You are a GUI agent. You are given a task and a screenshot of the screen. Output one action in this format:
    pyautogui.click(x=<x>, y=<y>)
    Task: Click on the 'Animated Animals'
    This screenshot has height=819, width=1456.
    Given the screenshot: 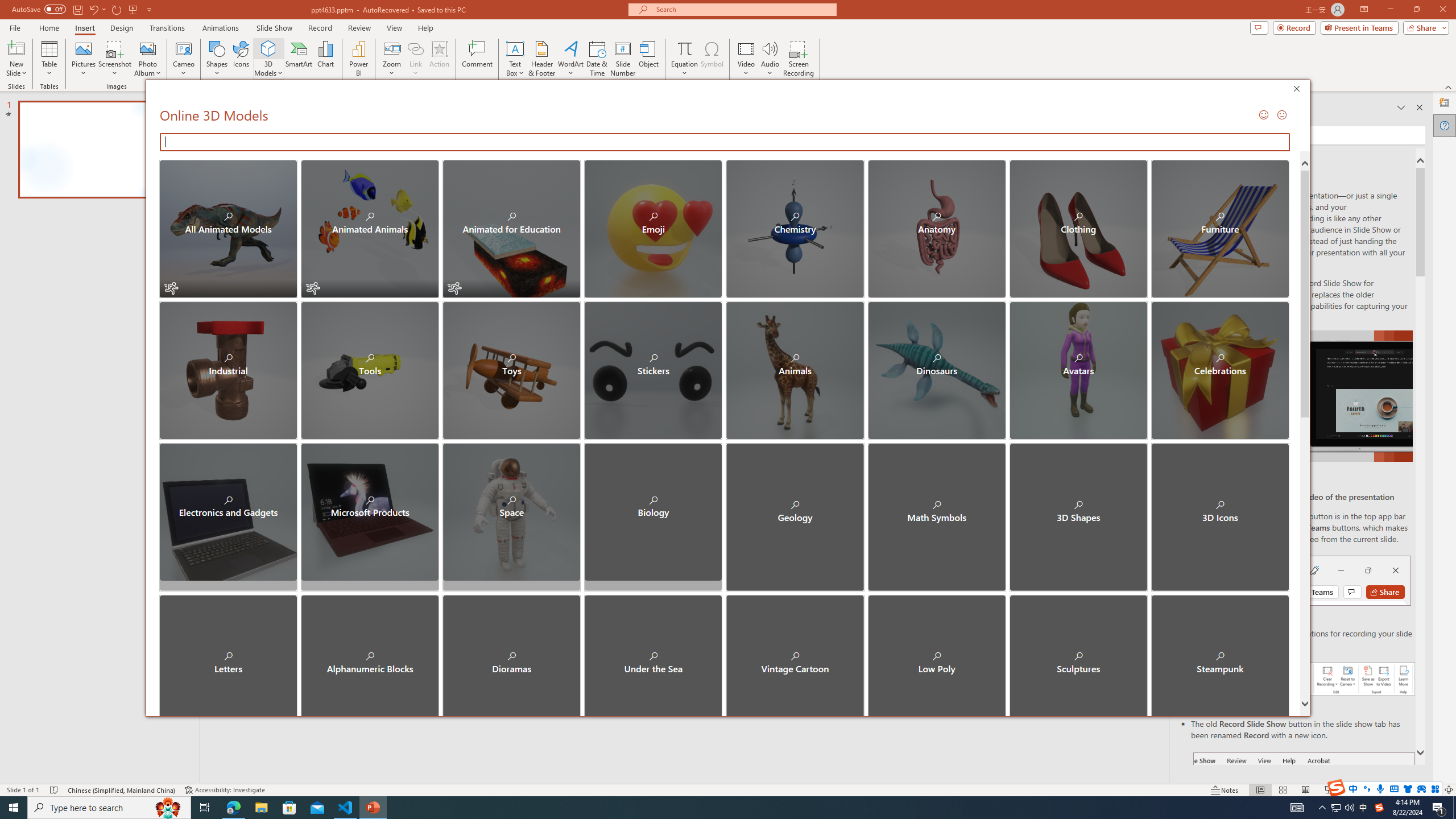 What is the action you would take?
    pyautogui.click(x=369, y=229)
    